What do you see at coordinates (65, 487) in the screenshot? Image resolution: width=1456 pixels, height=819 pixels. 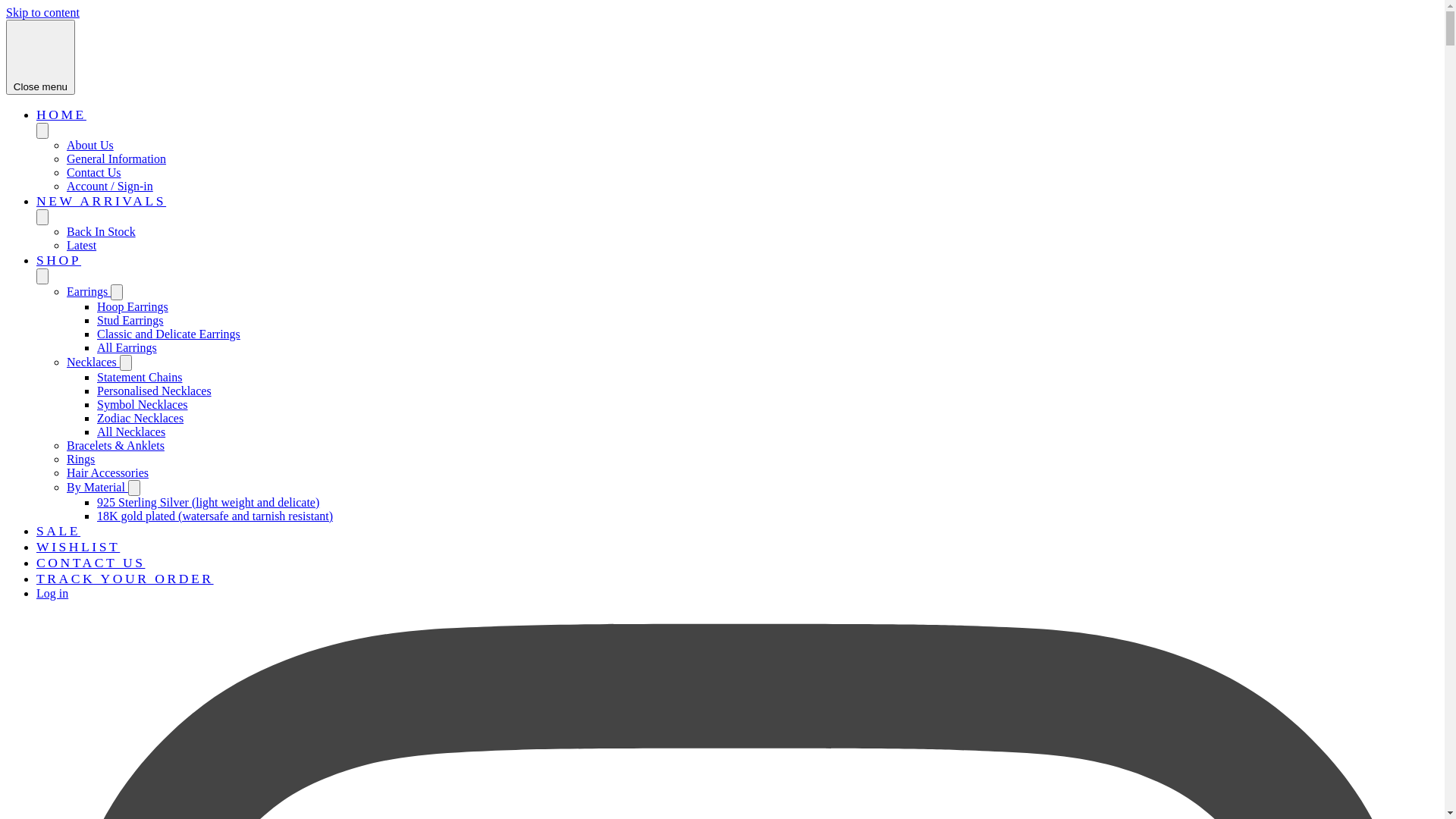 I see `'By Material'` at bounding box center [65, 487].